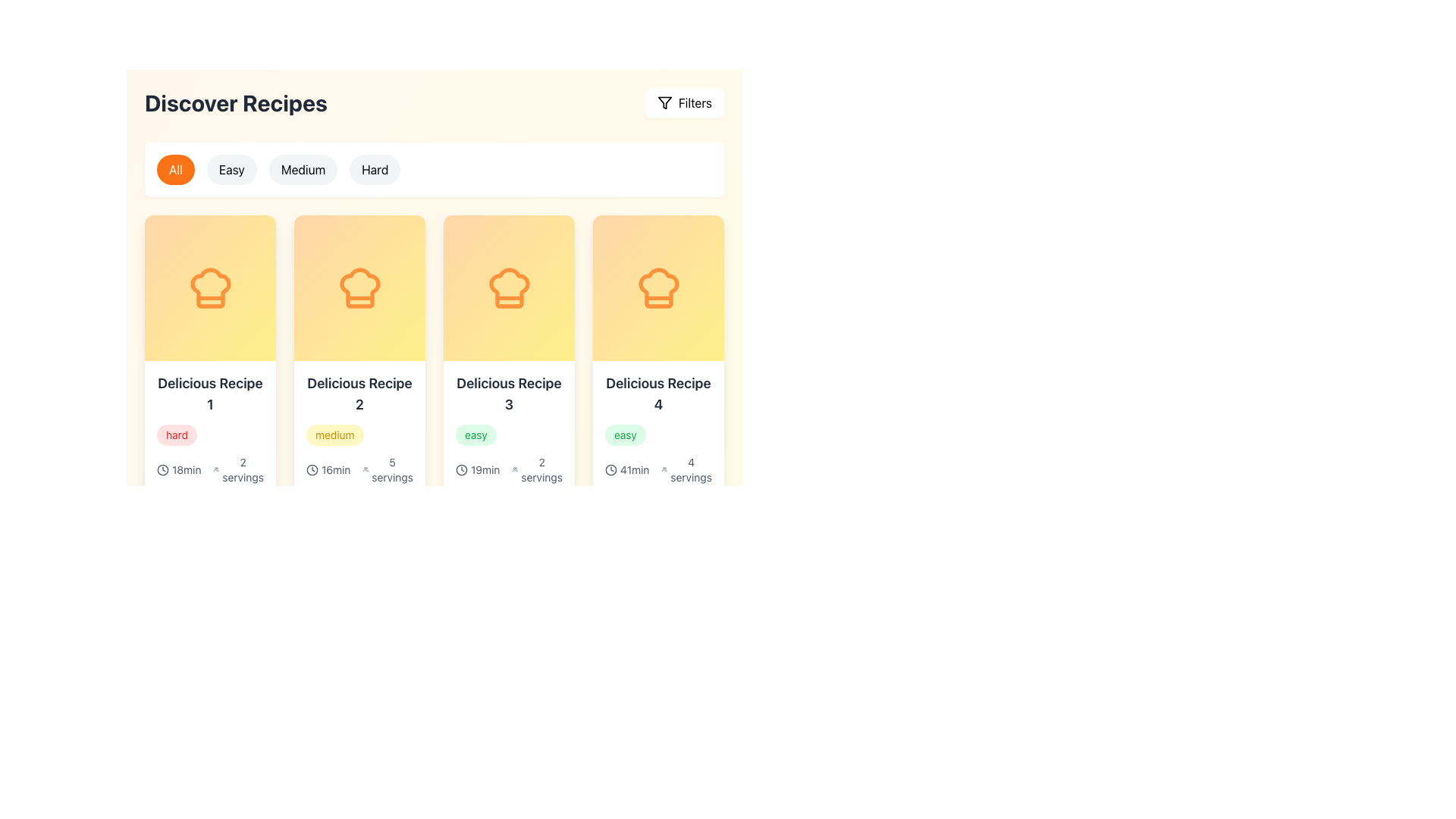 This screenshot has width=1456, height=819. What do you see at coordinates (664, 102) in the screenshot?
I see `the filtering icon located in the top-right of the user interface, next to the 'Filters' label` at bounding box center [664, 102].